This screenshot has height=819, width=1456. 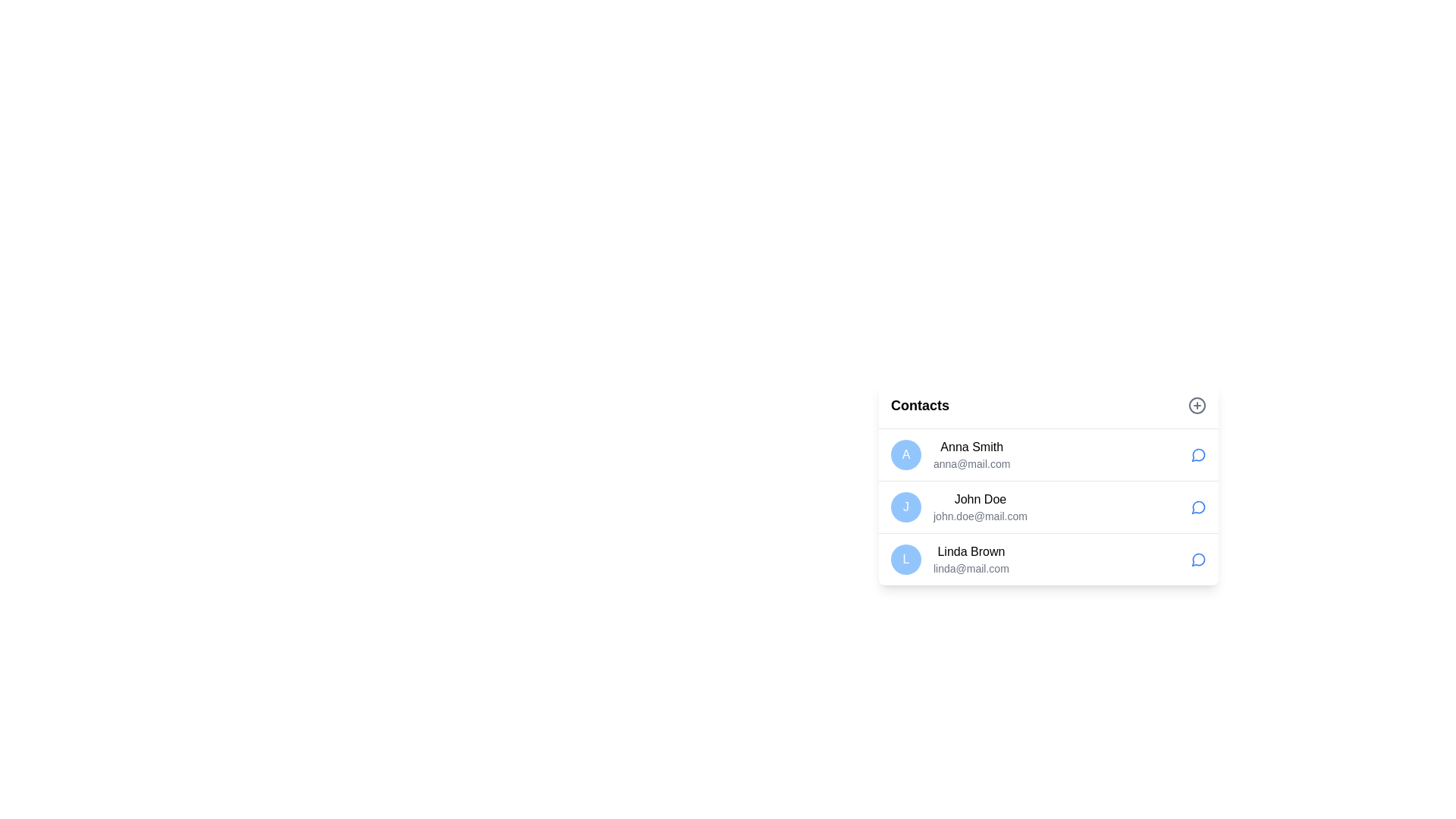 I want to click on the avatar or text of the contact details element, which is the third item in the vertical list inside the contact overview panel, so click(x=949, y=559).